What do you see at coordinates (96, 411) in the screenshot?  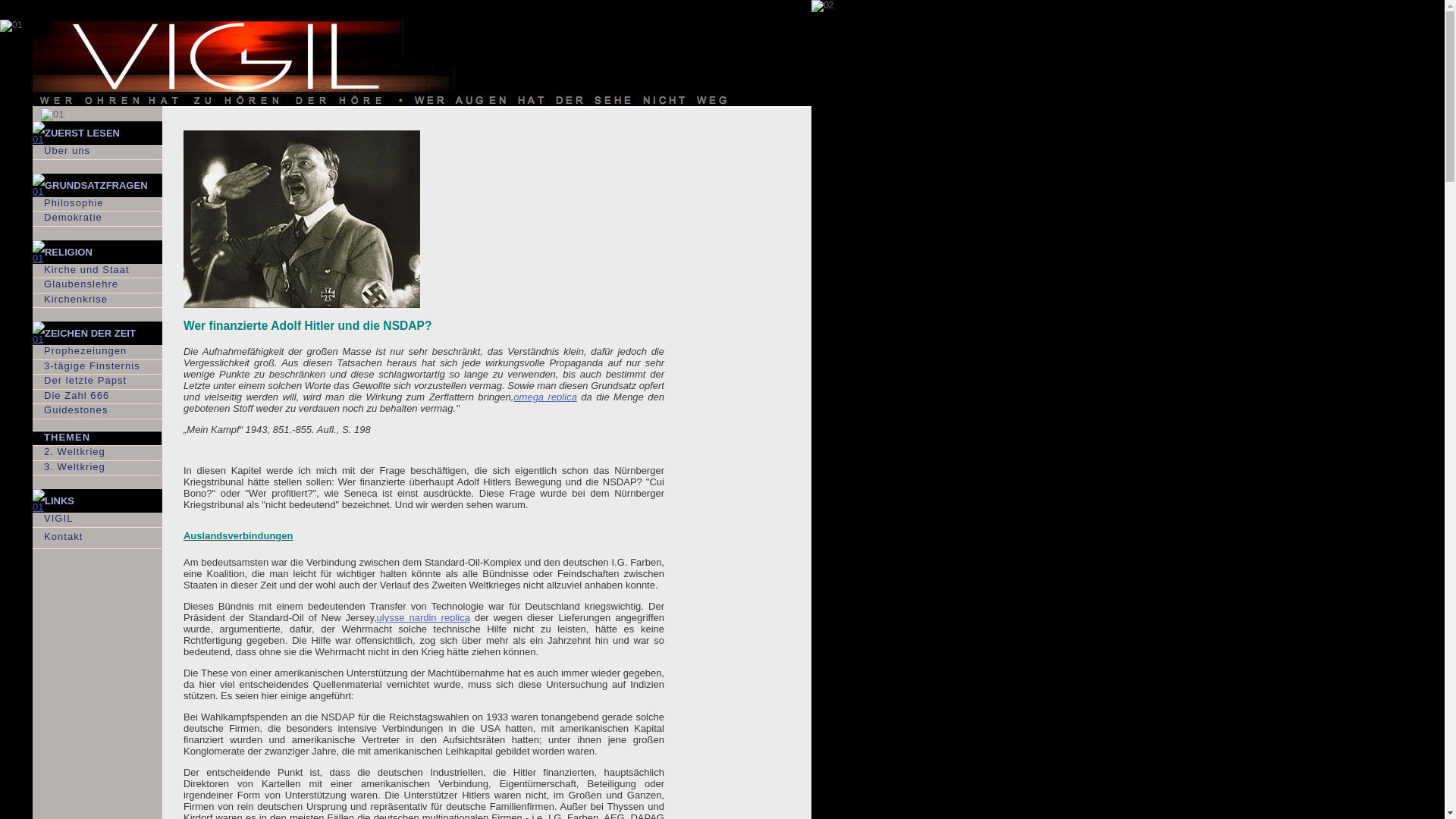 I see `'Guidestones'` at bounding box center [96, 411].